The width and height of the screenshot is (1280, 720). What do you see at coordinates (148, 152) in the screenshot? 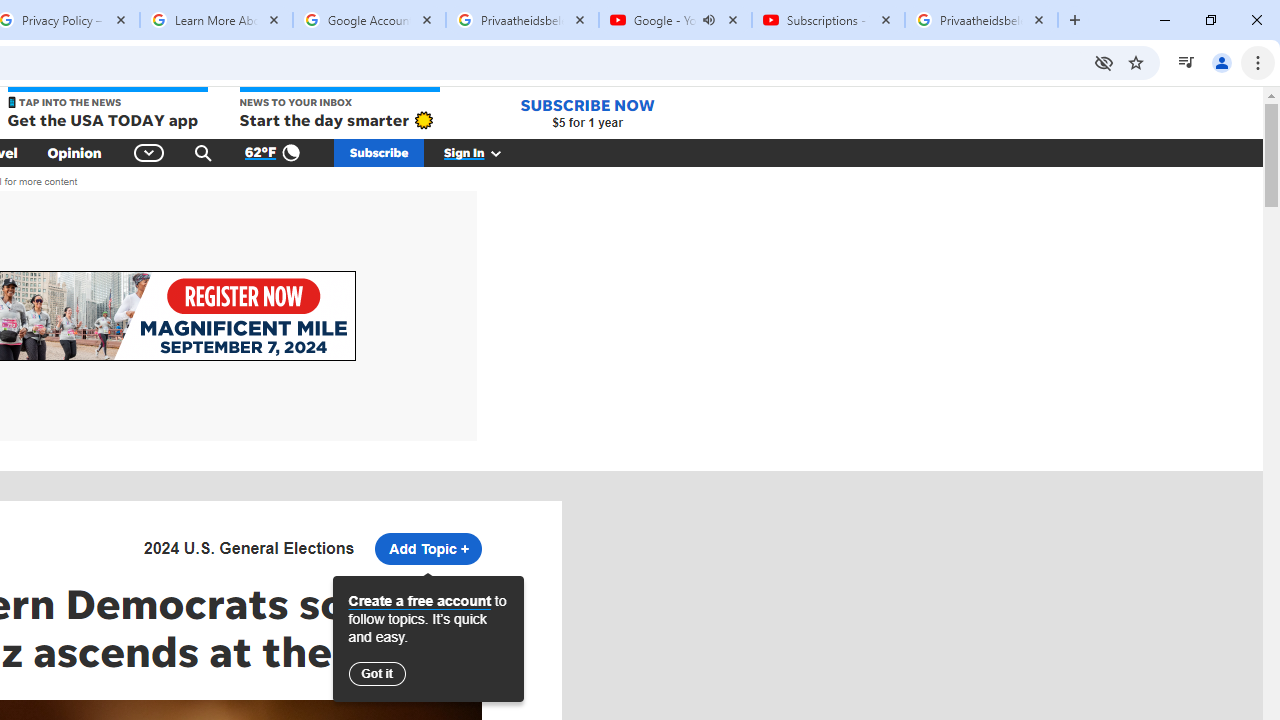
I see `'Global Navigation'` at bounding box center [148, 152].